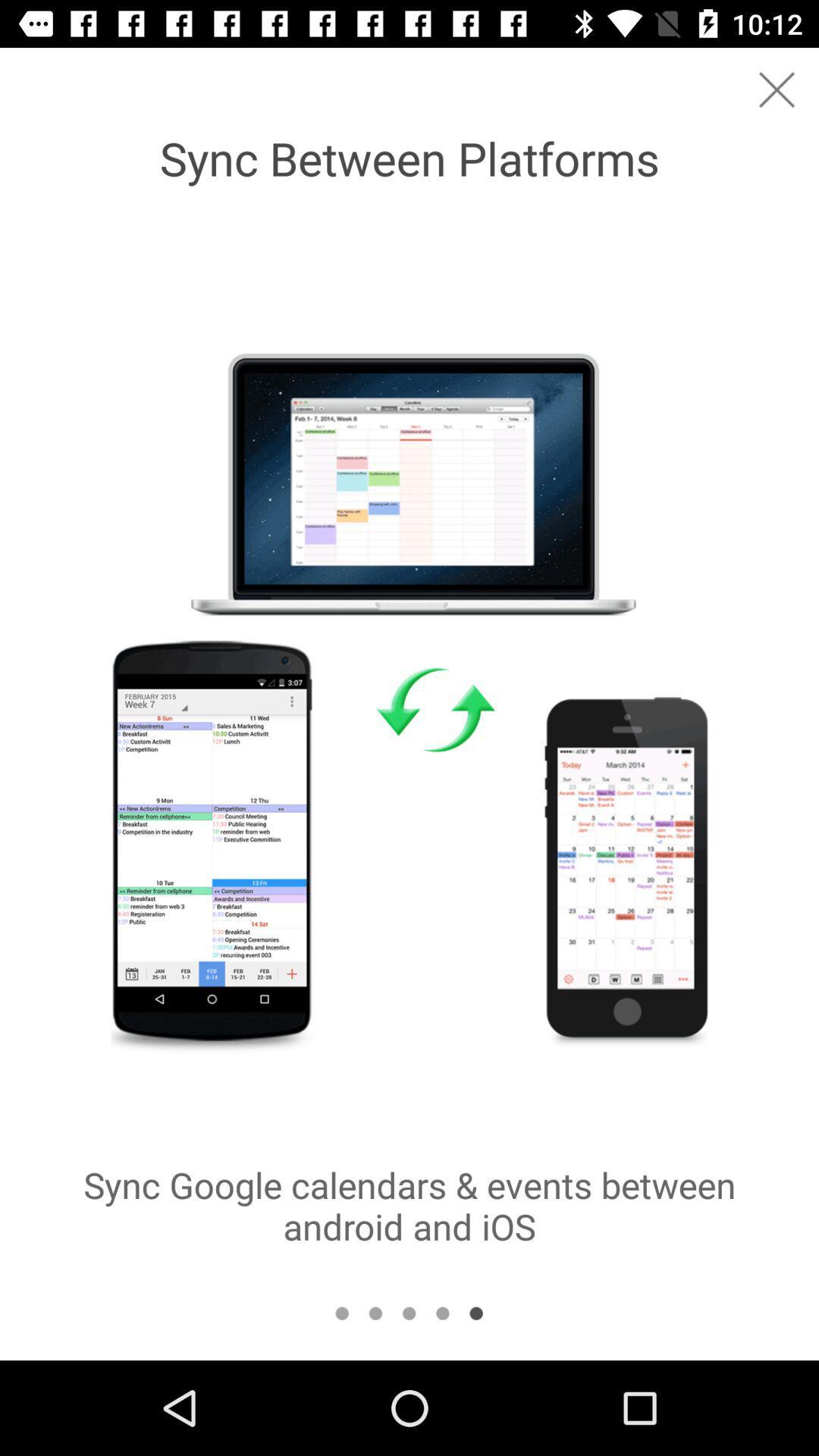  I want to click on the close icon, so click(777, 89).